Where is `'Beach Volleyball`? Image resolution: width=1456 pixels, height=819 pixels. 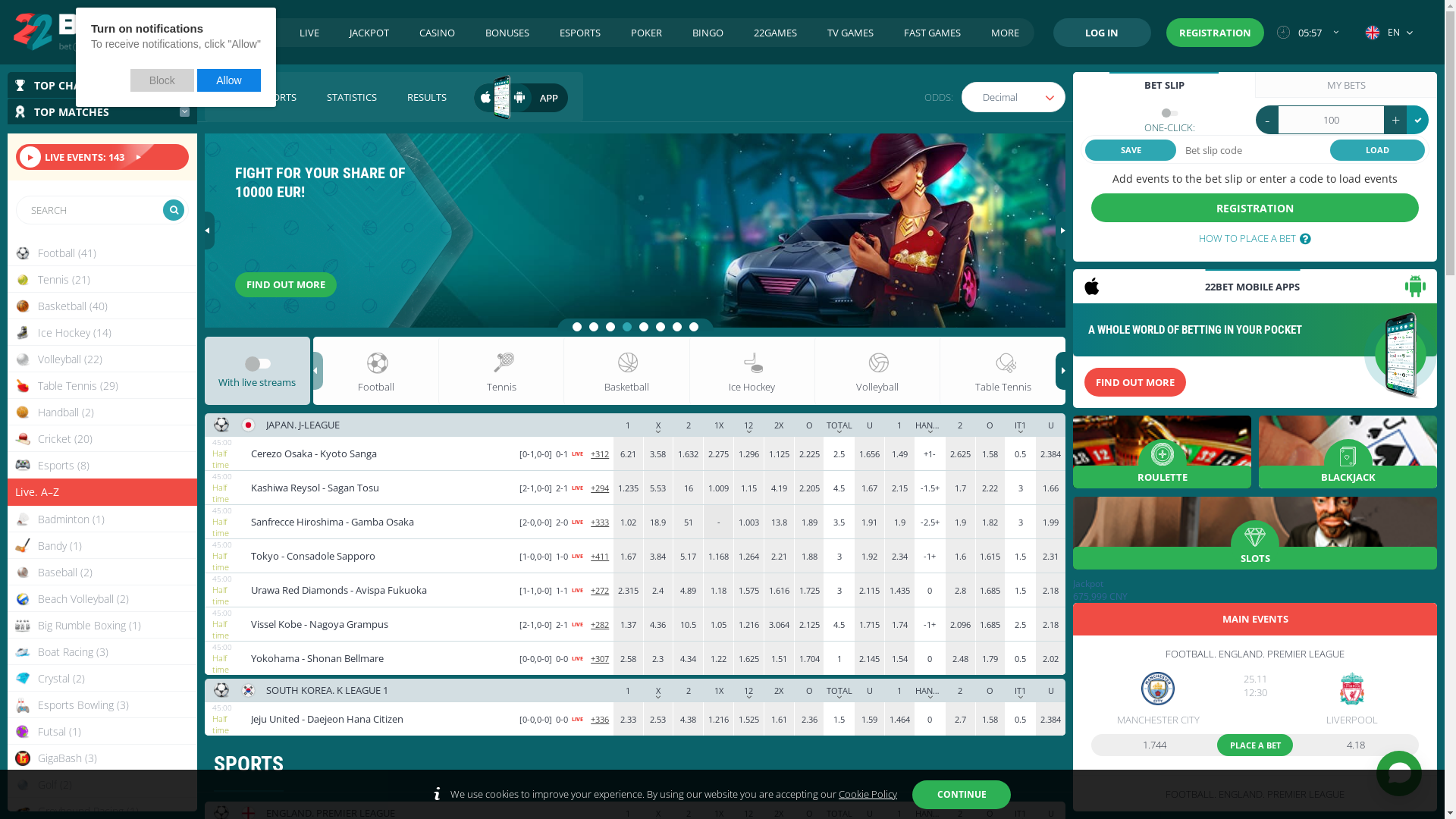 'Beach Volleyball is located at coordinates (101, 598).